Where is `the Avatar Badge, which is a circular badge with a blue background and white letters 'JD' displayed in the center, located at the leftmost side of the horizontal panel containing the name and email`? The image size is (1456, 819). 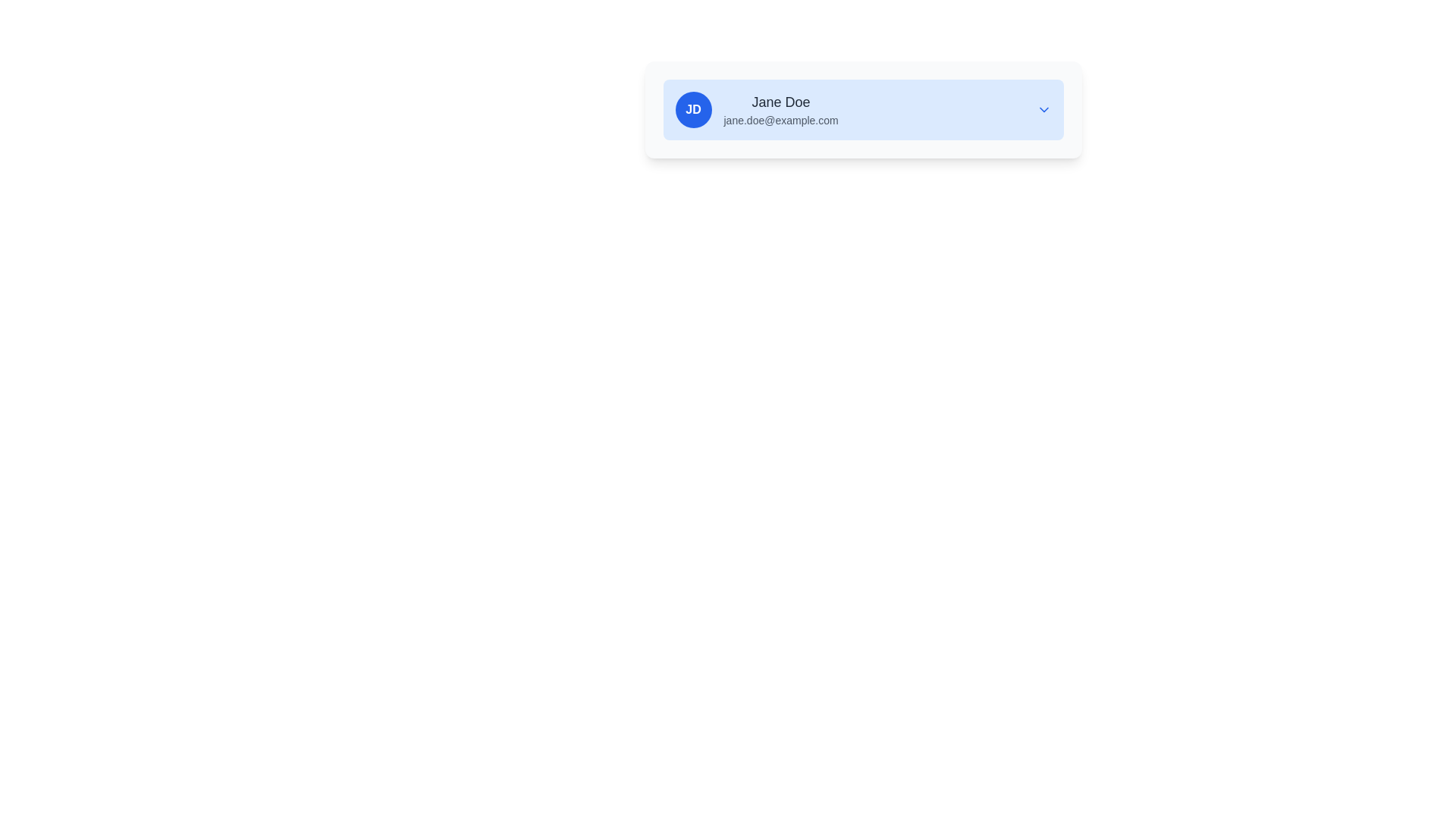 the Avatar Badge, which is a circular badge with a blue background and white letters 'JD' displayed in the center, located at the leftmost side of the horizontal panel containing the name and email is located at coordinates (692, 109).